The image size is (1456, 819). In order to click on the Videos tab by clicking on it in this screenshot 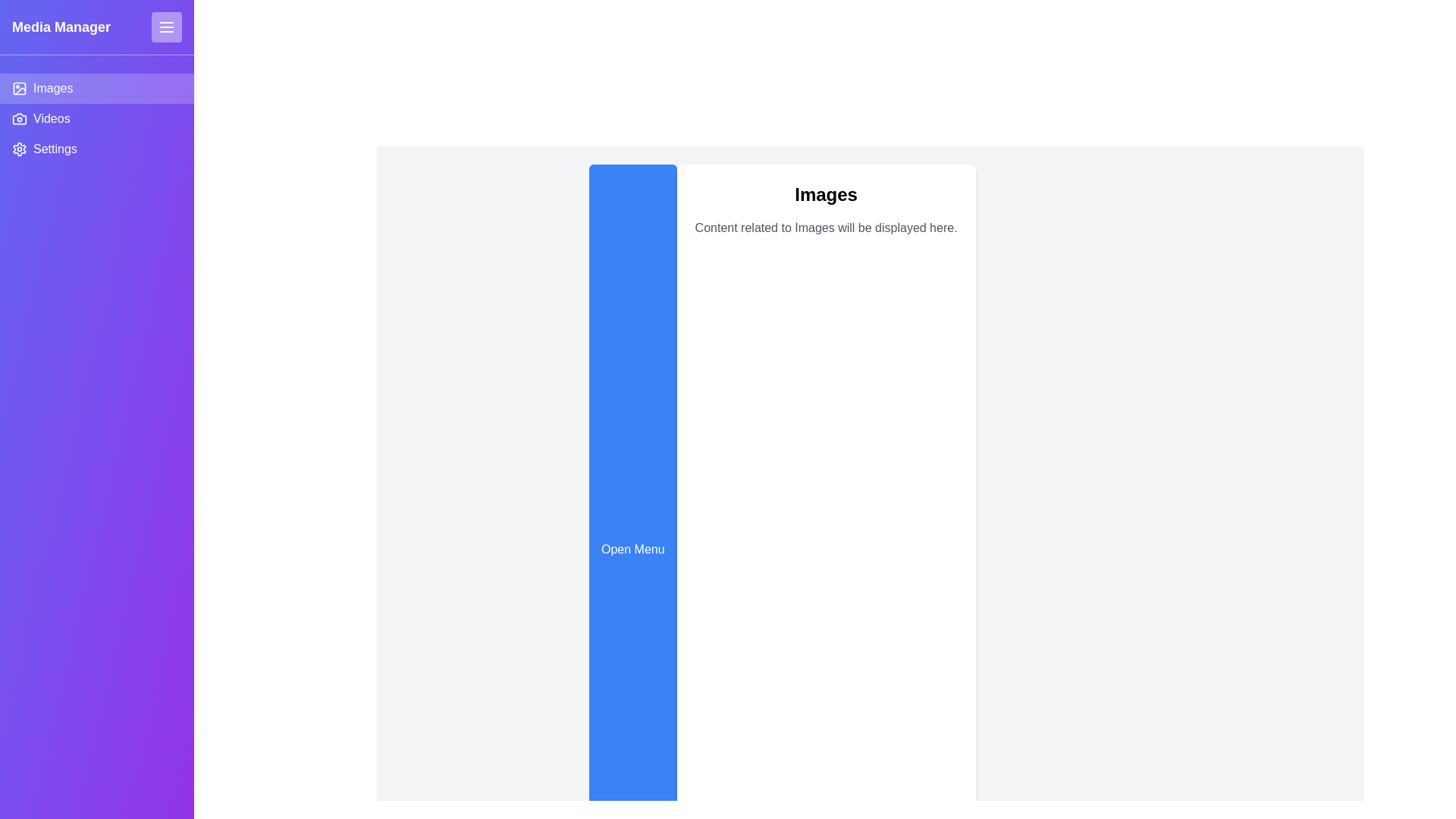, I will do `click(96, 118)`.